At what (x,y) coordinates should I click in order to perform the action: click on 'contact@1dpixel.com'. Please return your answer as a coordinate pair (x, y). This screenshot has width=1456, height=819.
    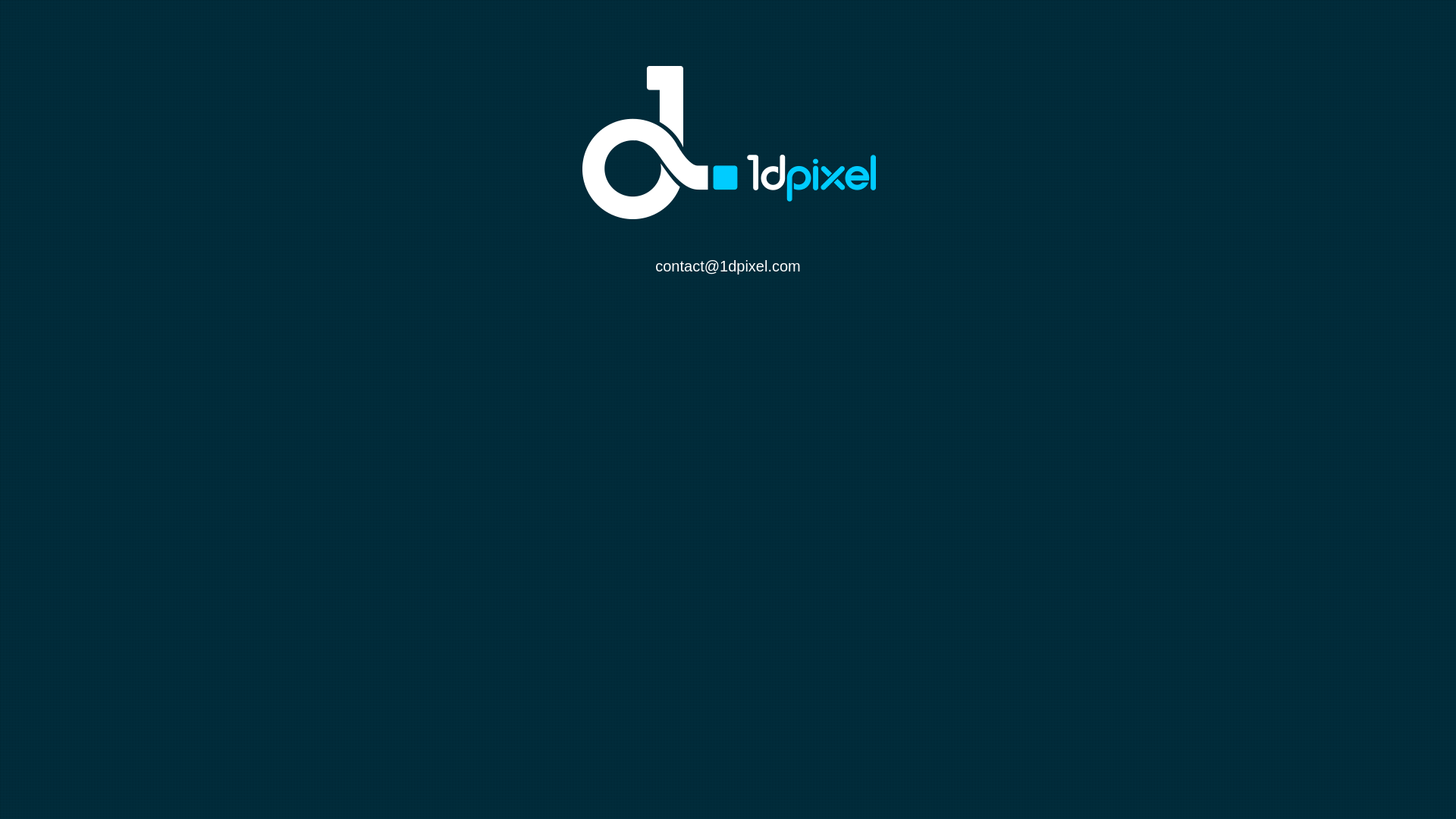
    Looking at the image, I should click on (728, 265).